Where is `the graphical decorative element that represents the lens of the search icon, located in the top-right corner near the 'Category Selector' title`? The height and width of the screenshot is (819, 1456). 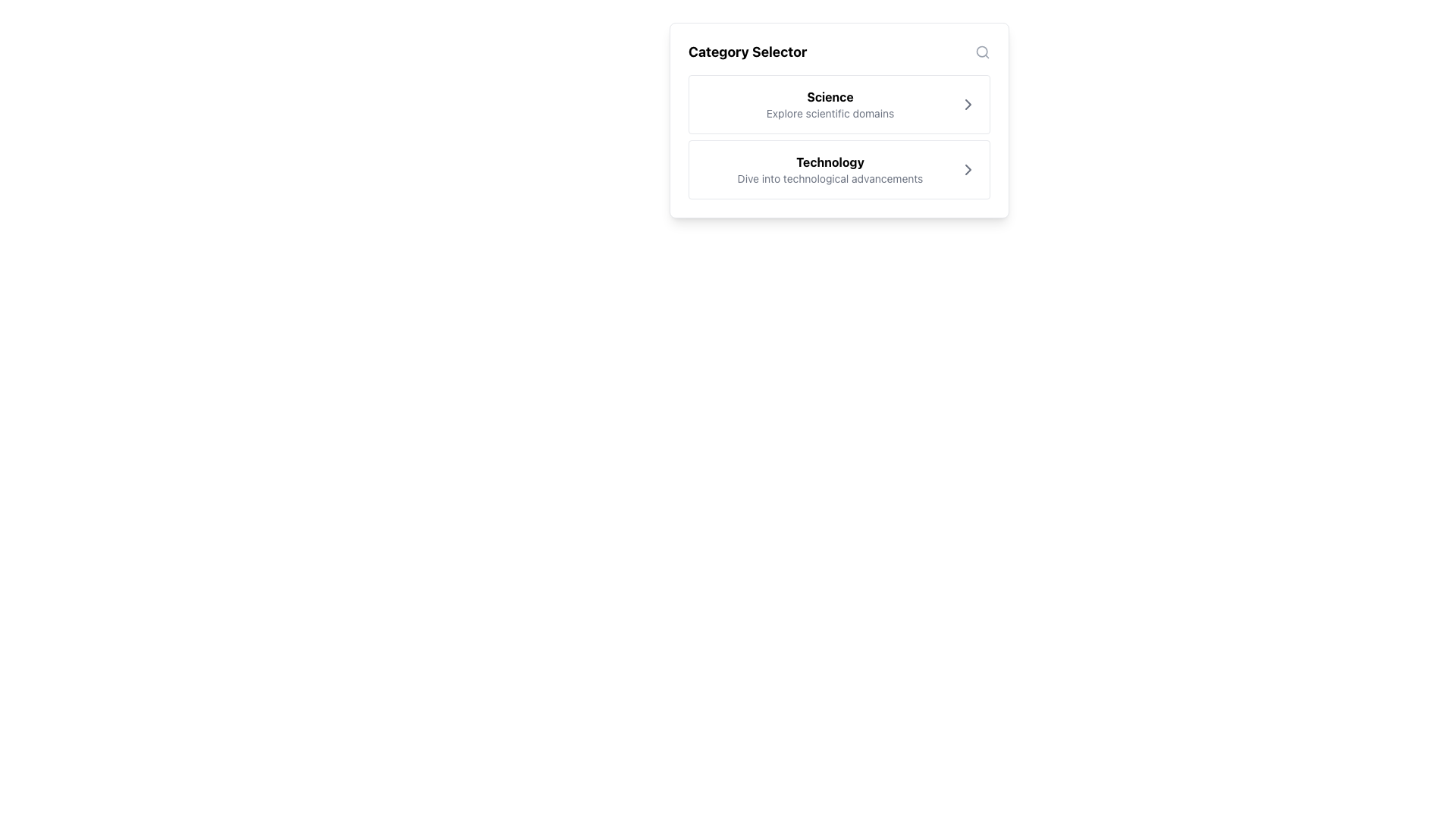 the graphical decorative element that represents the lens of the search icon, located in the top-right corner near the 'Category Selector' title is located at coordinates (982, 51).